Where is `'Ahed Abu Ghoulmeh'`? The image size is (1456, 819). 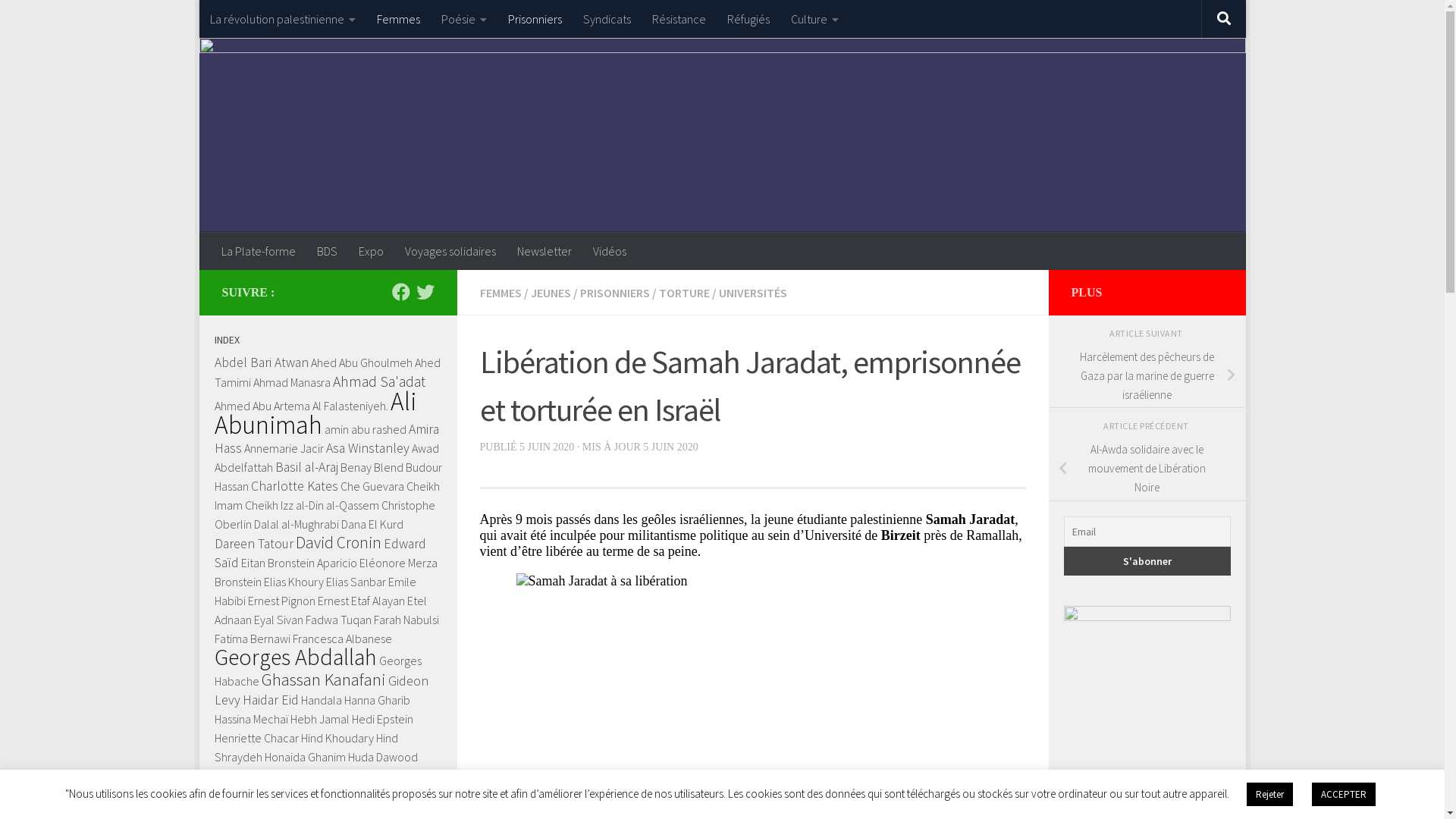
'Ahed Abu Ghoulmeh' is located at coordinates (360, 362).